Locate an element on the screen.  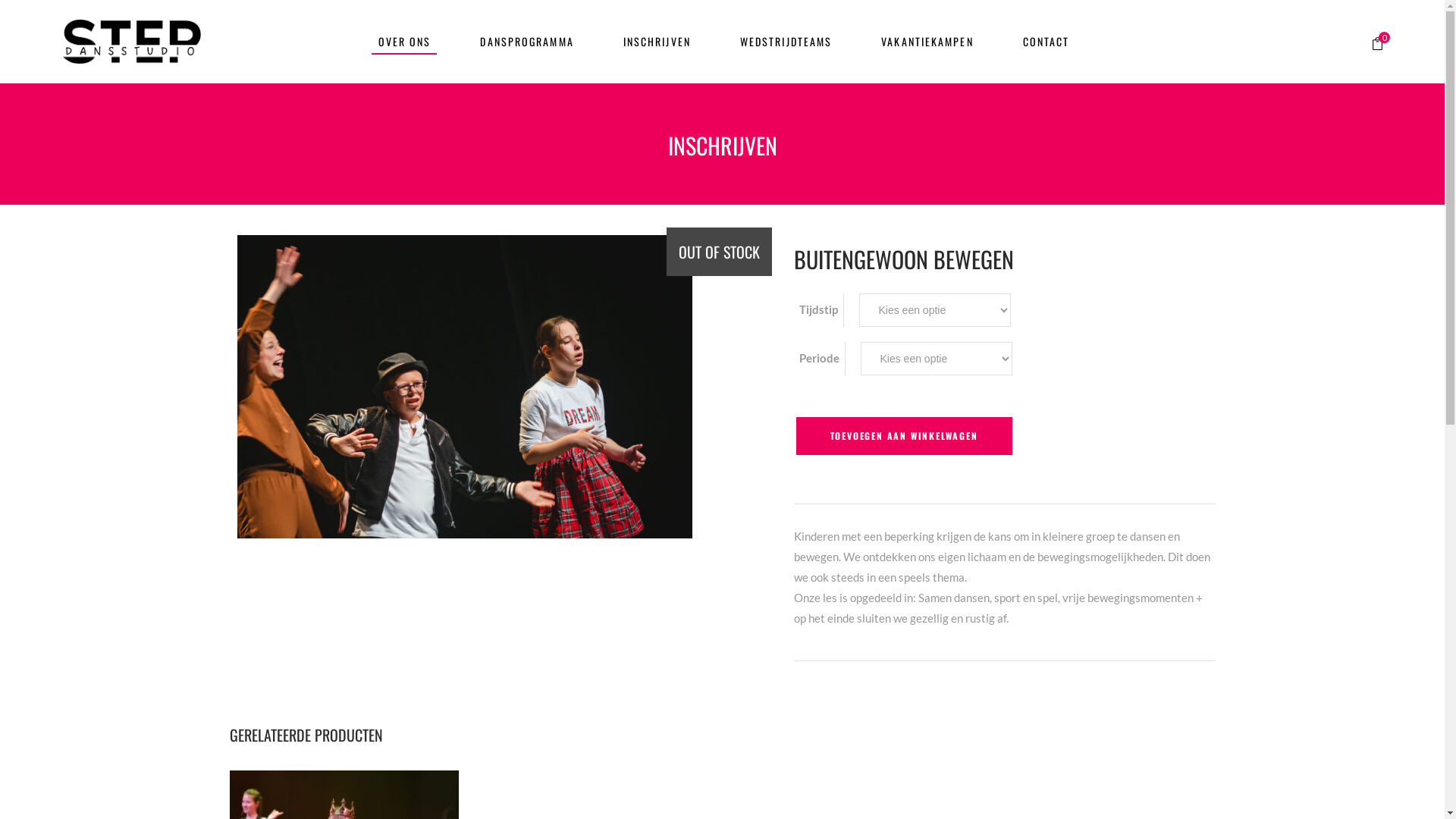
'OVER ONS' is located at coordinates (404, 40).